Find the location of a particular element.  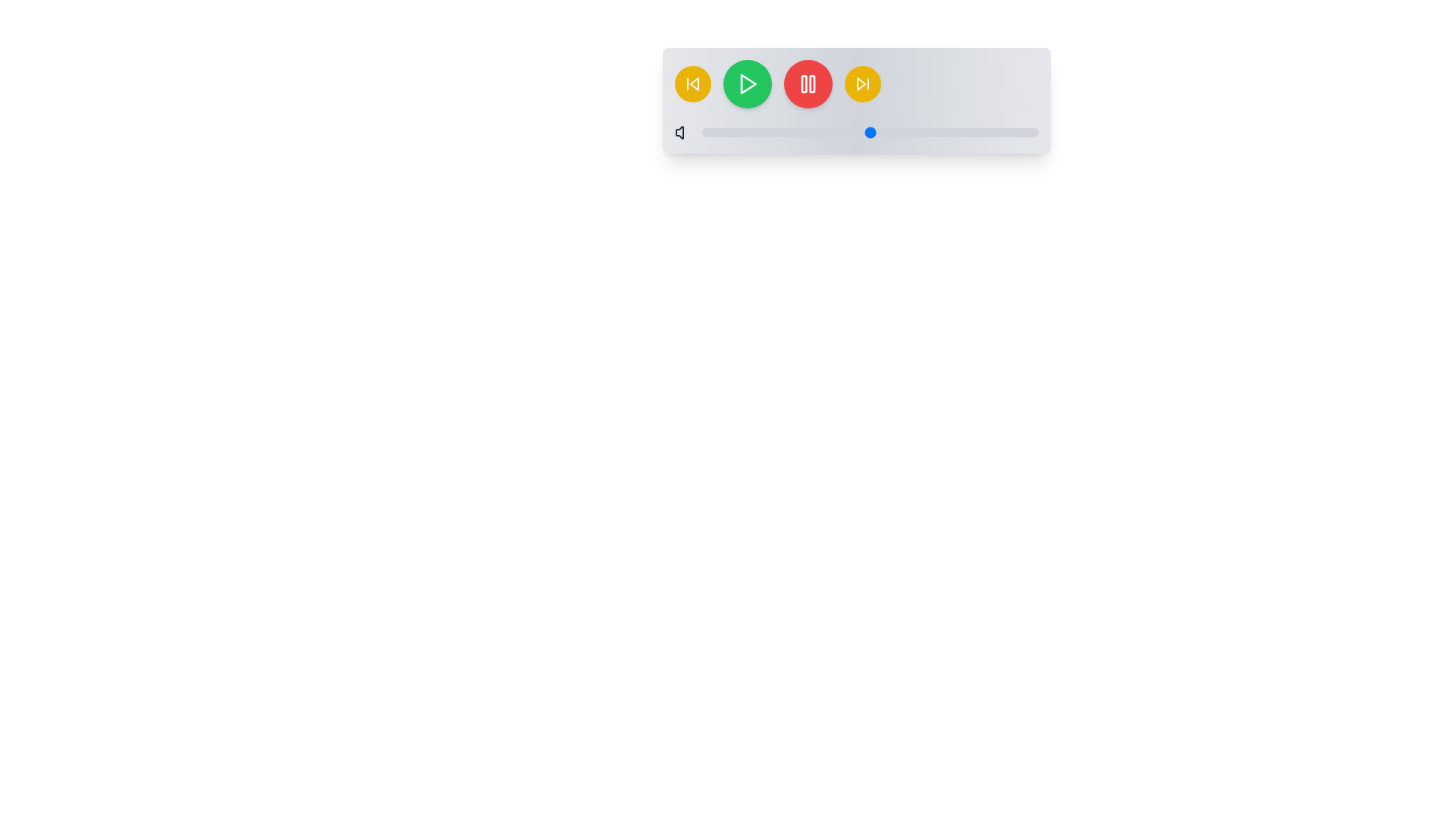

the fourth button from the left in the modern-styled button group for media control functions is located at coordinates (856, 84).